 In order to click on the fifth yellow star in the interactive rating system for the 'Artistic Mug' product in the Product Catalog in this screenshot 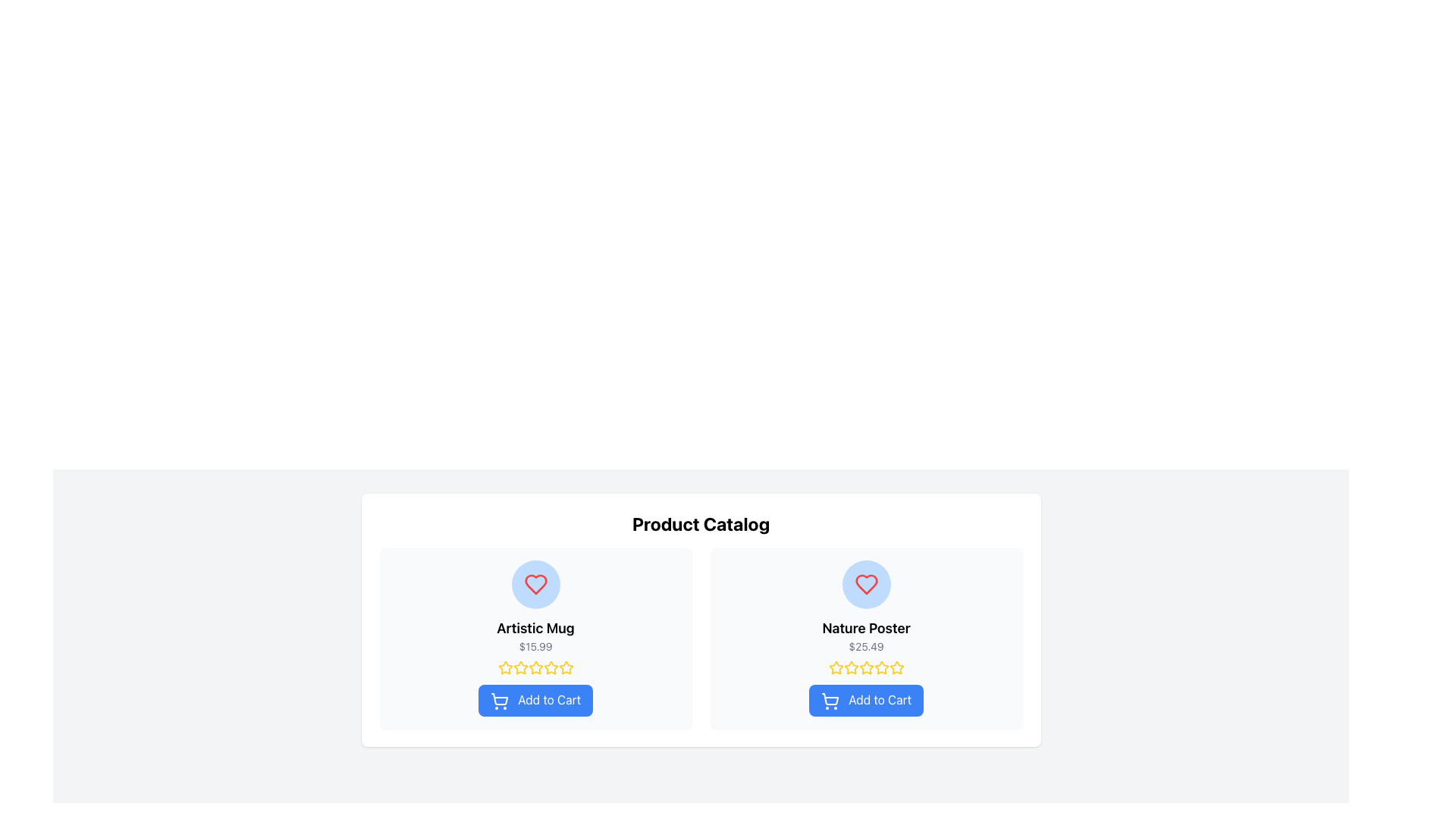, I will do `click(565, 667)`.